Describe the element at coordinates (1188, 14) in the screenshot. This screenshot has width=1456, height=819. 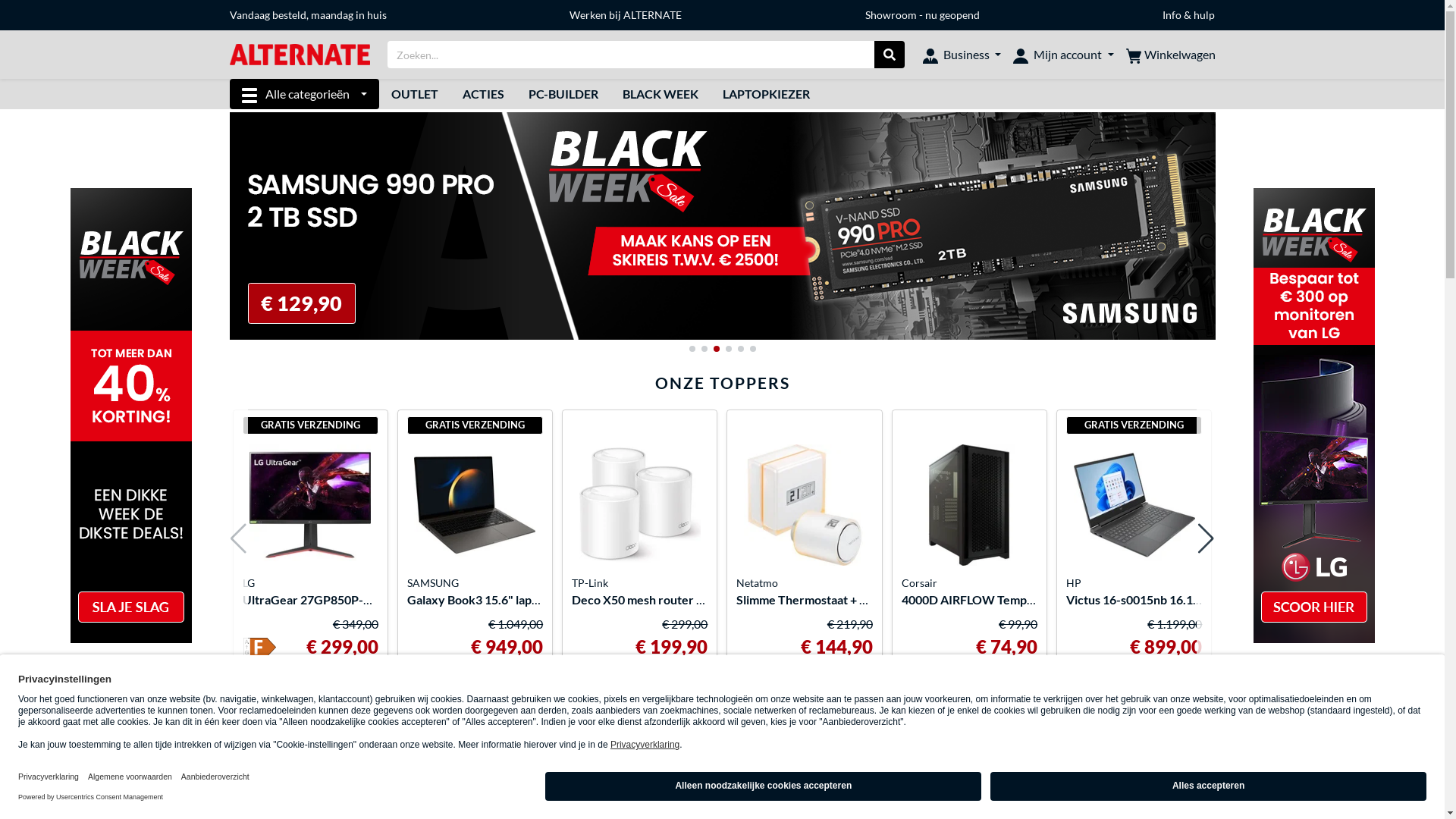
I see `'Info & hulp'` at that location.